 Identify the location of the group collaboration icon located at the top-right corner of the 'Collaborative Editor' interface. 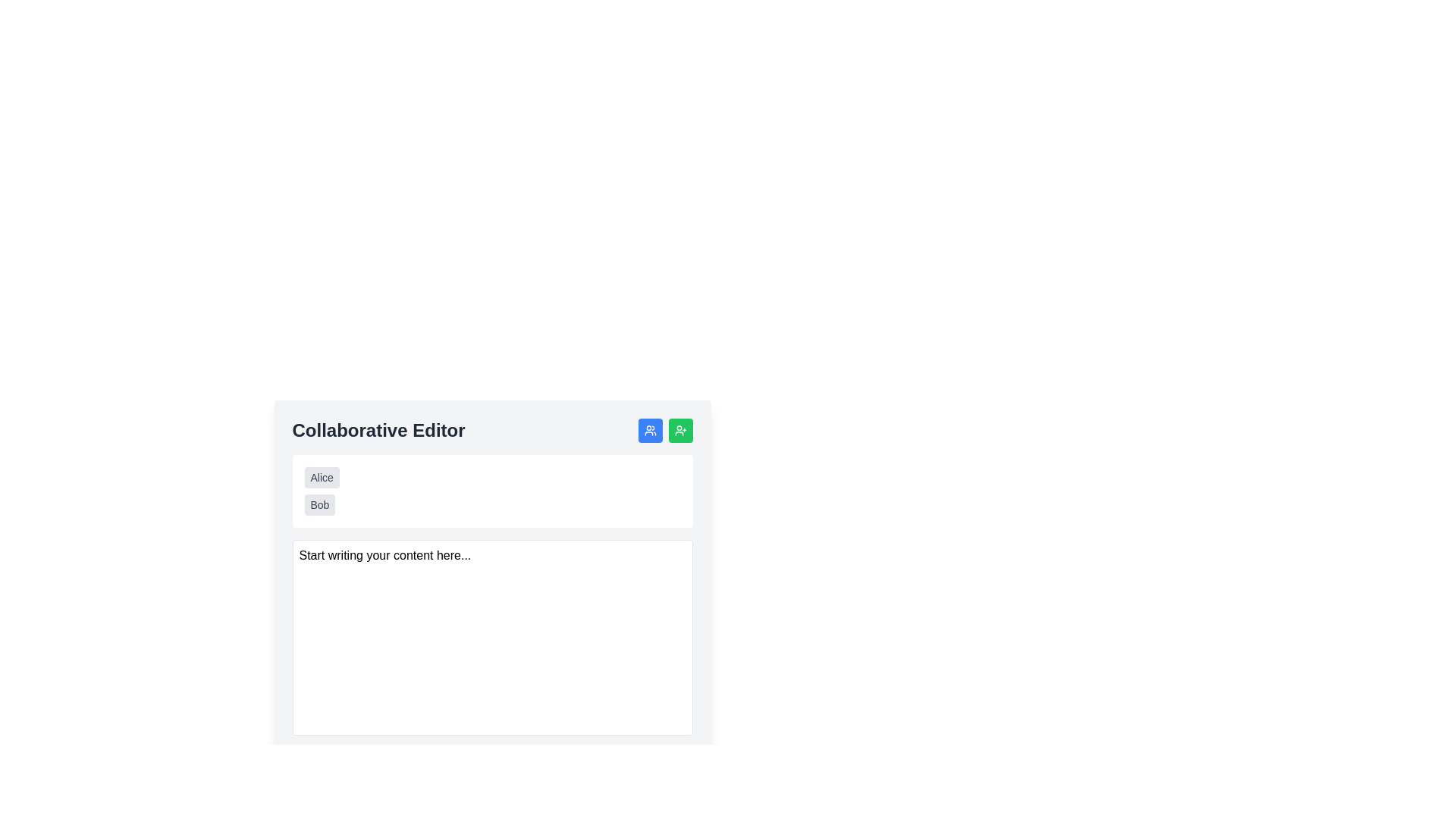
(650, 430).